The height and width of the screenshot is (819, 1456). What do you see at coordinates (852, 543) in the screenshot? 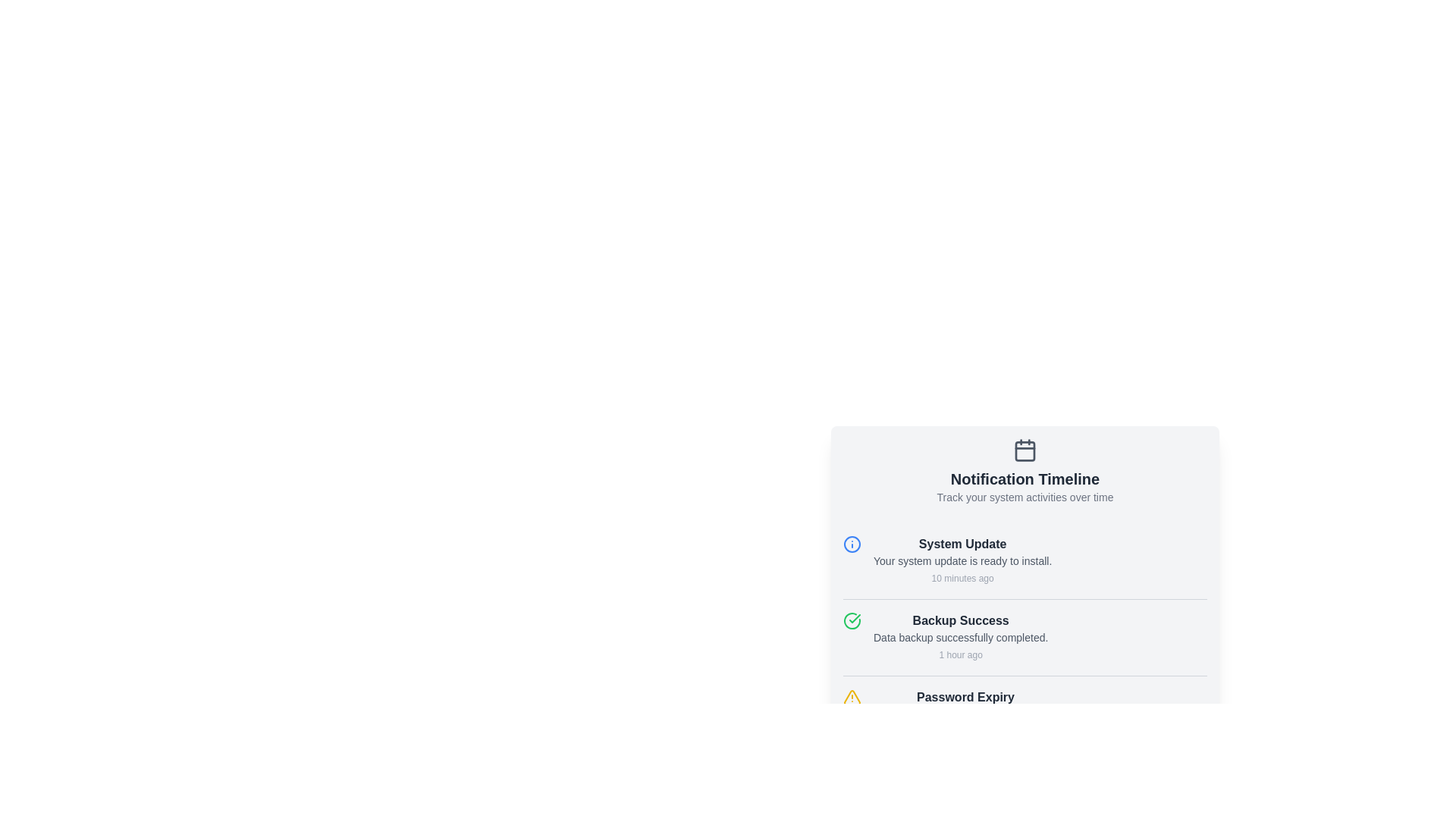
I see `the central circular part of the information icon located to the left of the text 'System Update' in the 'Notification Timeline' area` at bounding box center [852, 543].